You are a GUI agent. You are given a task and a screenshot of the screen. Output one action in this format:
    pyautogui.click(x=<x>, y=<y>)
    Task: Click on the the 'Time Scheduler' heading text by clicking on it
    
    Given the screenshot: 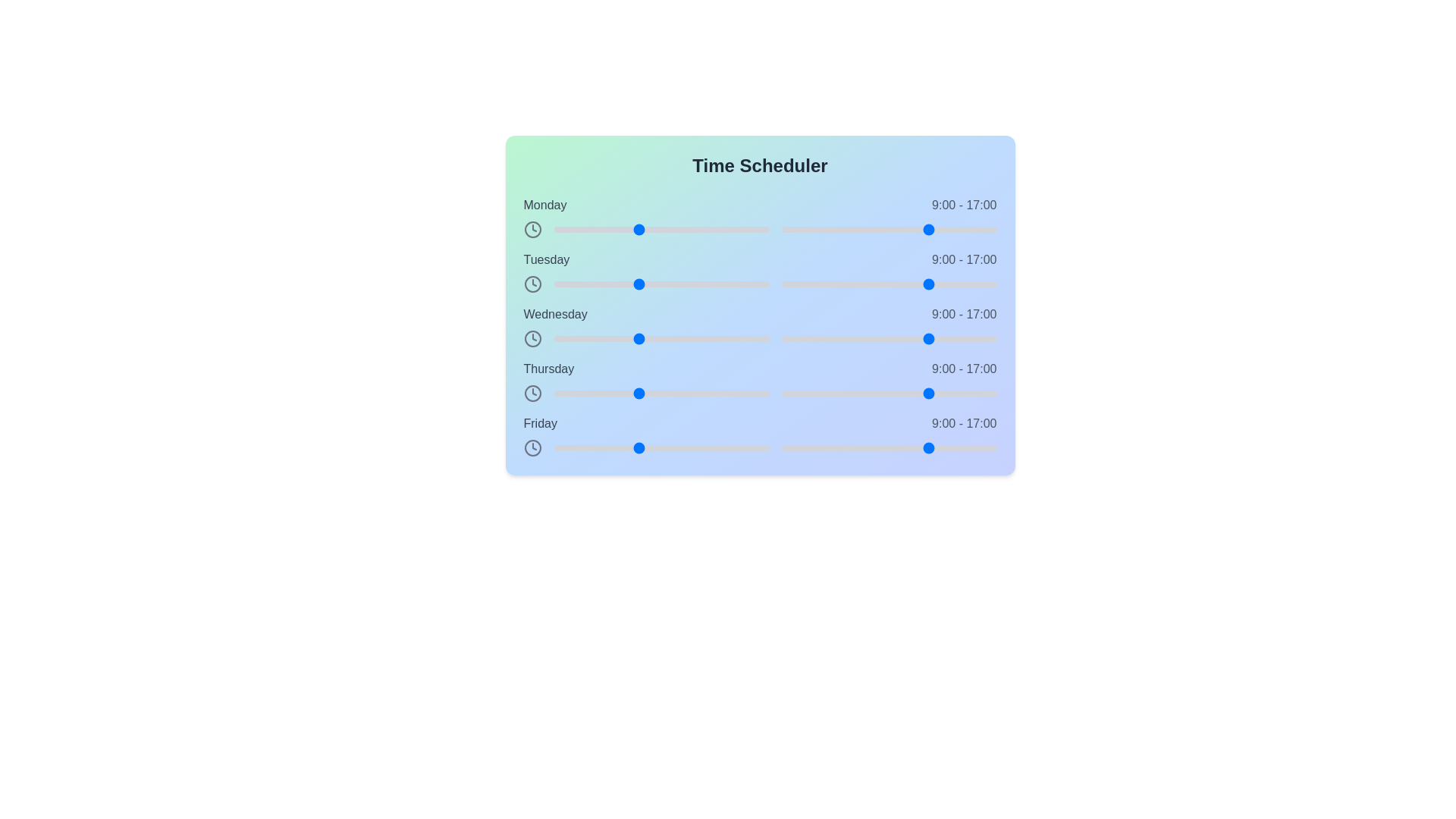 What is the action you would take?
    pyautogui.click(x=760, y=166)
    